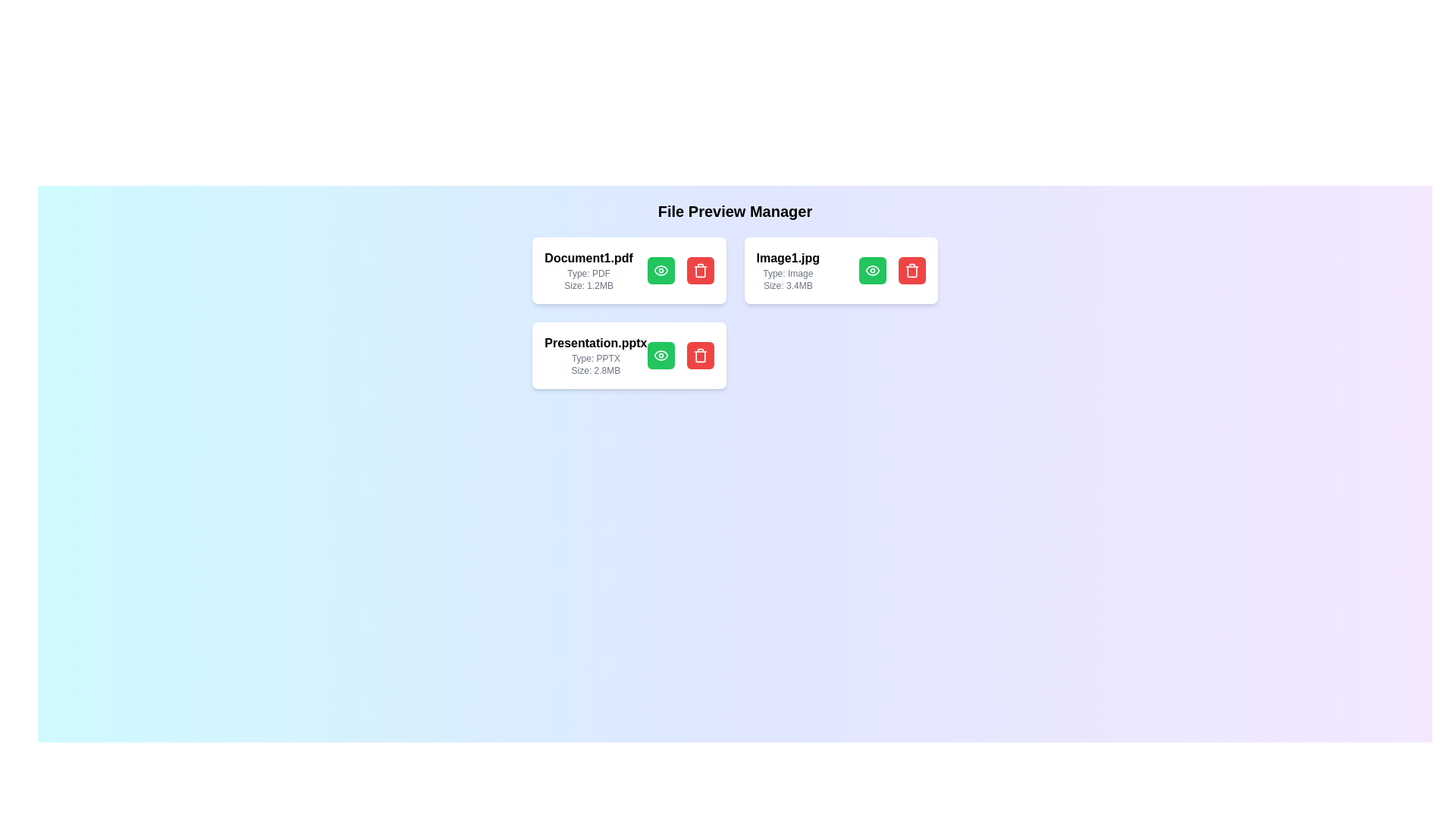 This screenshot has width=1456, height=819. What do you see at coordinates (788, 286) in the screenshot?
I see `the text label indicating the size of the file 'Image1.jpg' in megabytes to check for additional details` at bounding box center [788, 286].